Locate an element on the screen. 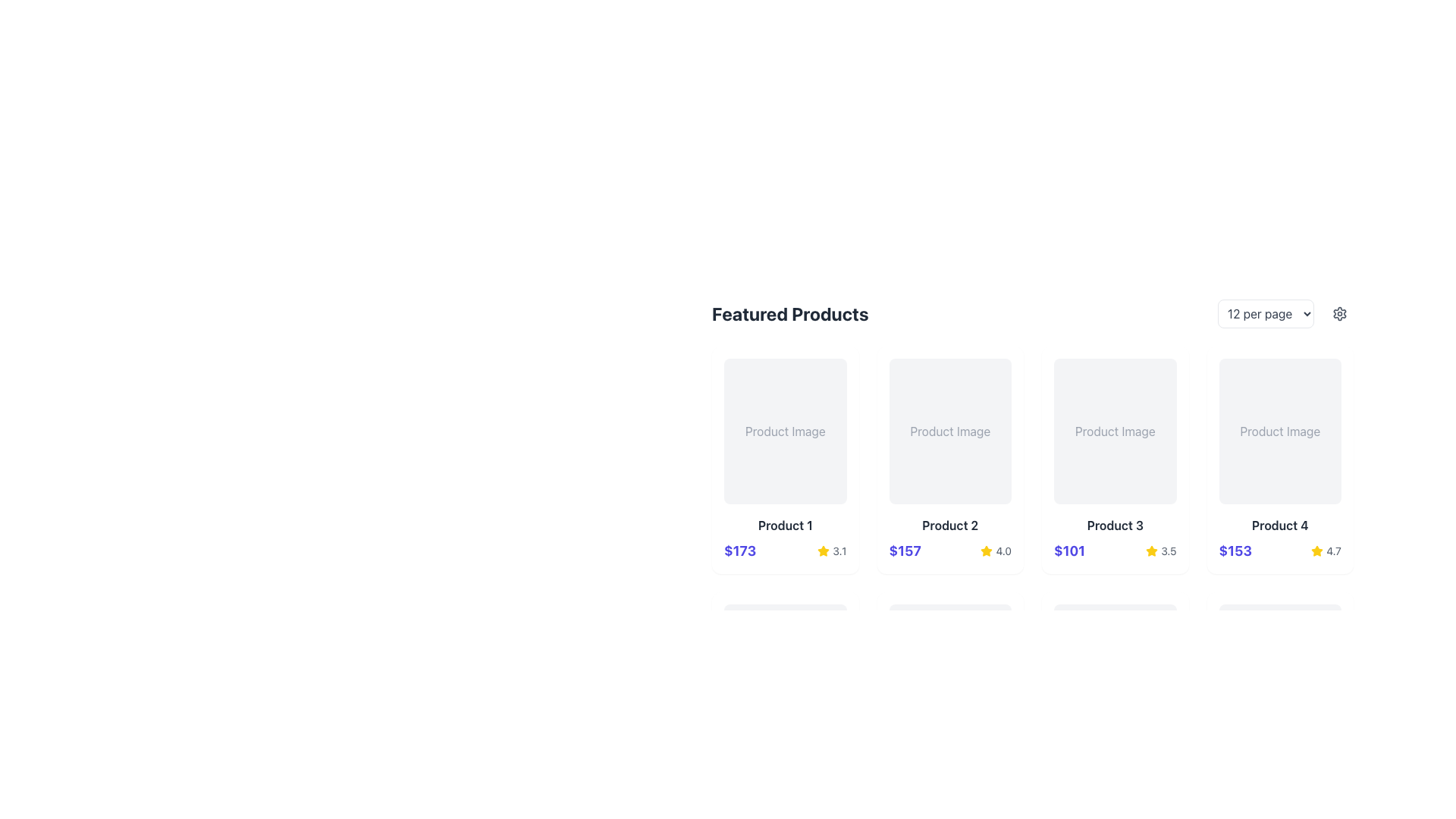 The width and height of the screenshot is (1456, 819). the text label displaying '3.1', which is located next to a yellow star icon, as part of the rating system for 'Product 1' is located at coordinates (839, 551).